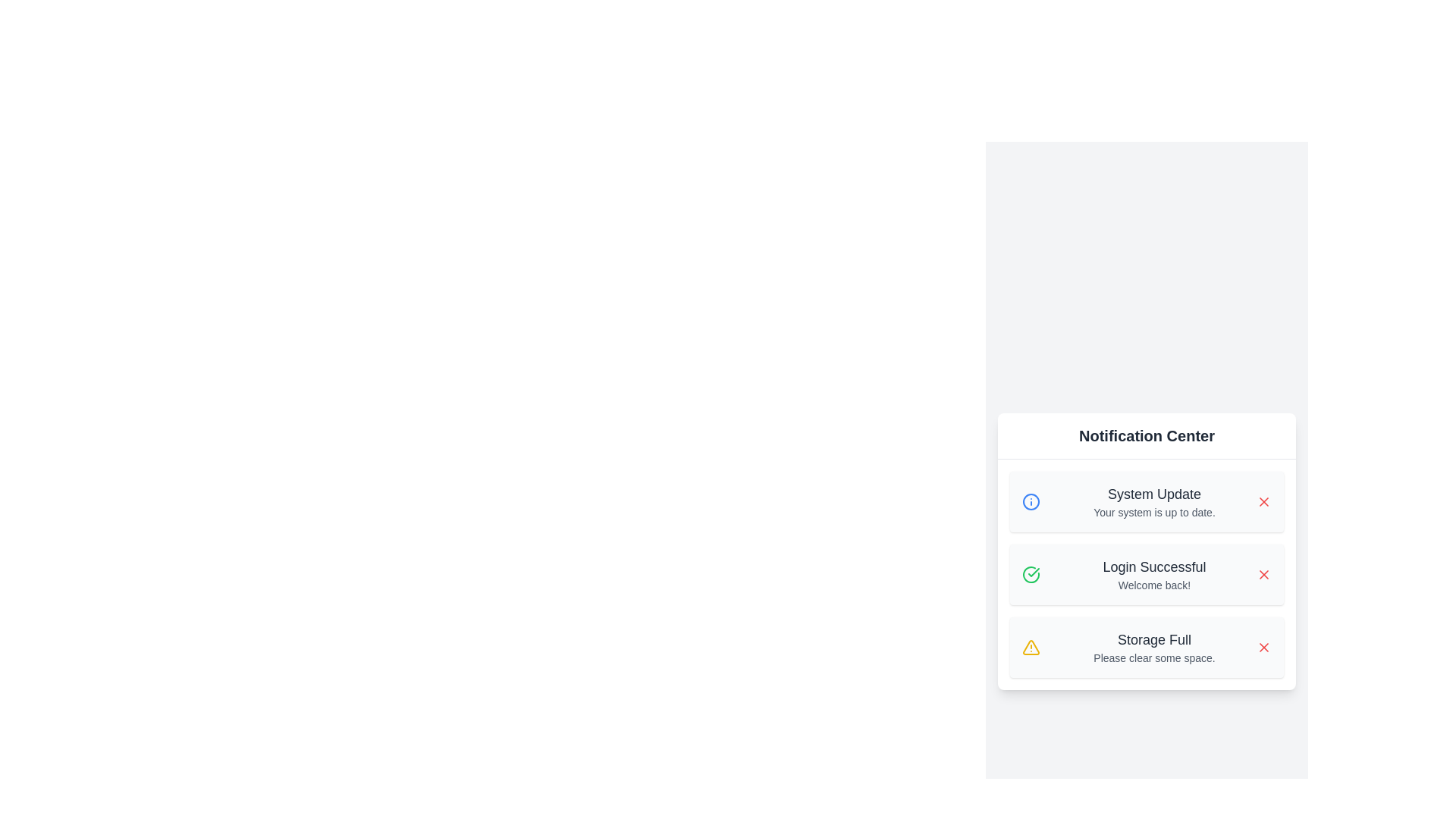 Image resolution: width=1456 pixels, height=819 pixels. Describe the element at coordinates (1147, 501) in the screenshot. I see `the info icon of the Notification card titled 'System Update', which is characterized by a gray background and a prominent title in bold text` at that location.